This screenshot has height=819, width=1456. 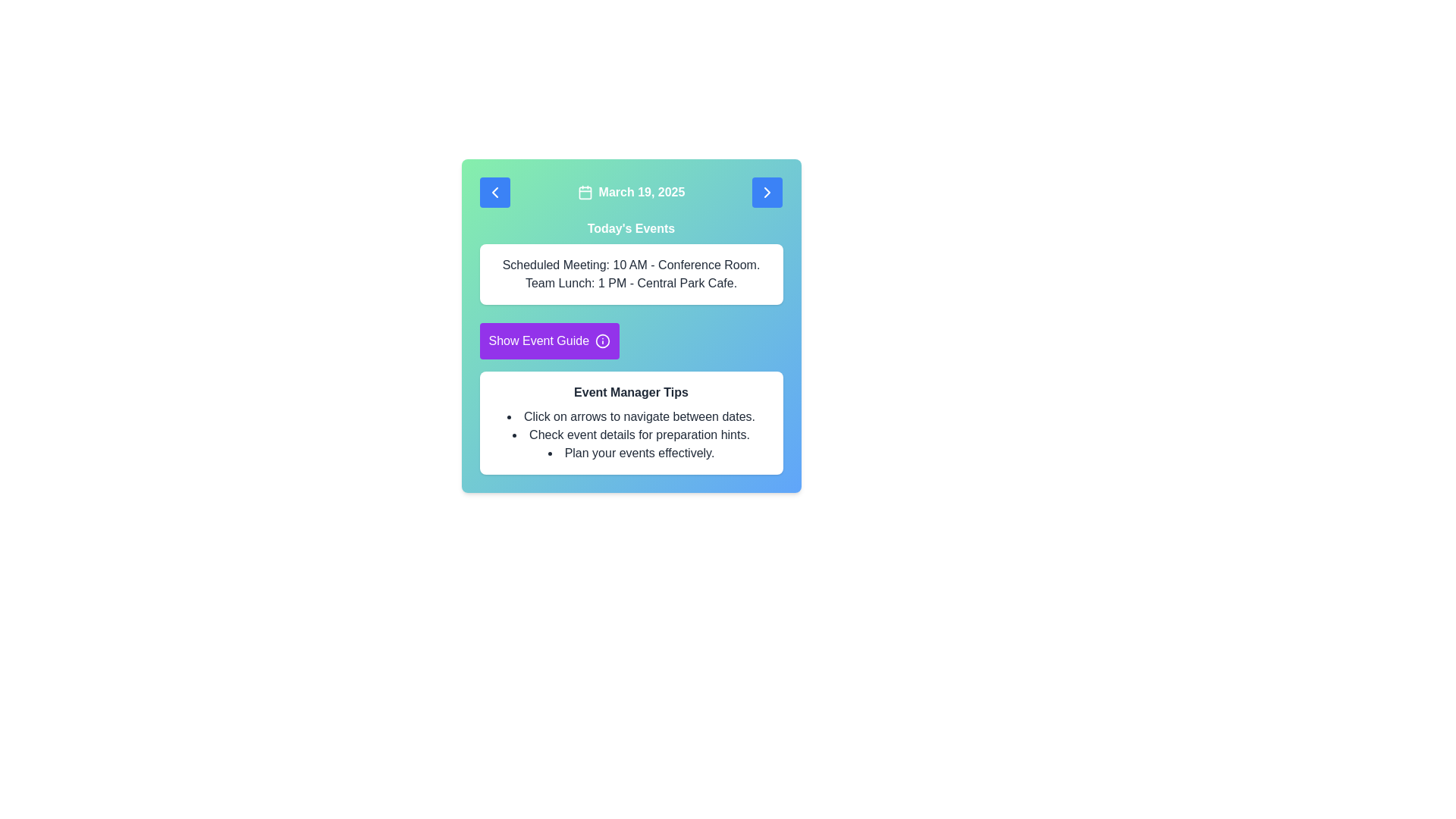 What do you see at coordinates (631, 417) in the screenshot?
I see `the text element that instructs 'Click on arrows to navigate between dates.' located in the 'Event Manager Tips' section of the card-style panel` at bounding box center [631, 417].